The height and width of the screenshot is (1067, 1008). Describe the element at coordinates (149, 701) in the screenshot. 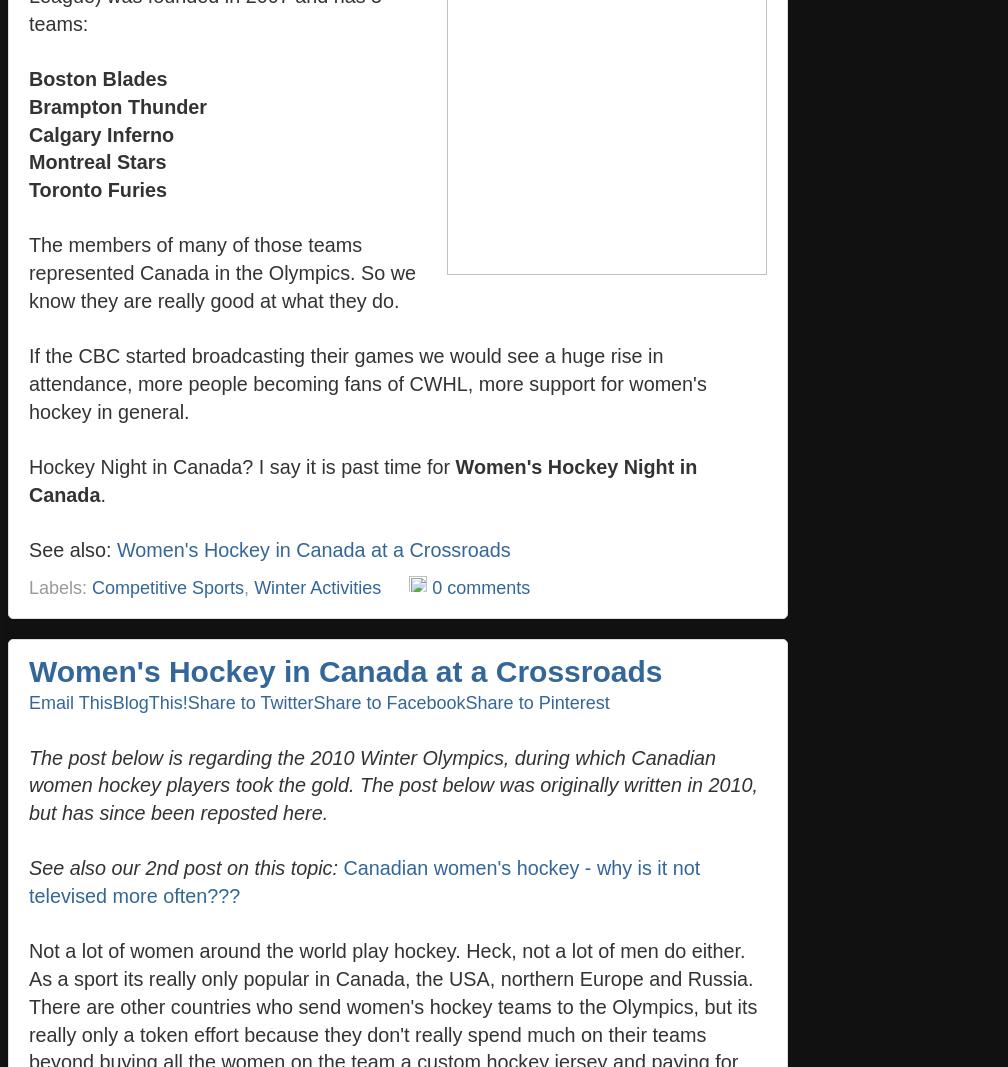

I see `'BlogThis!'` at that location.